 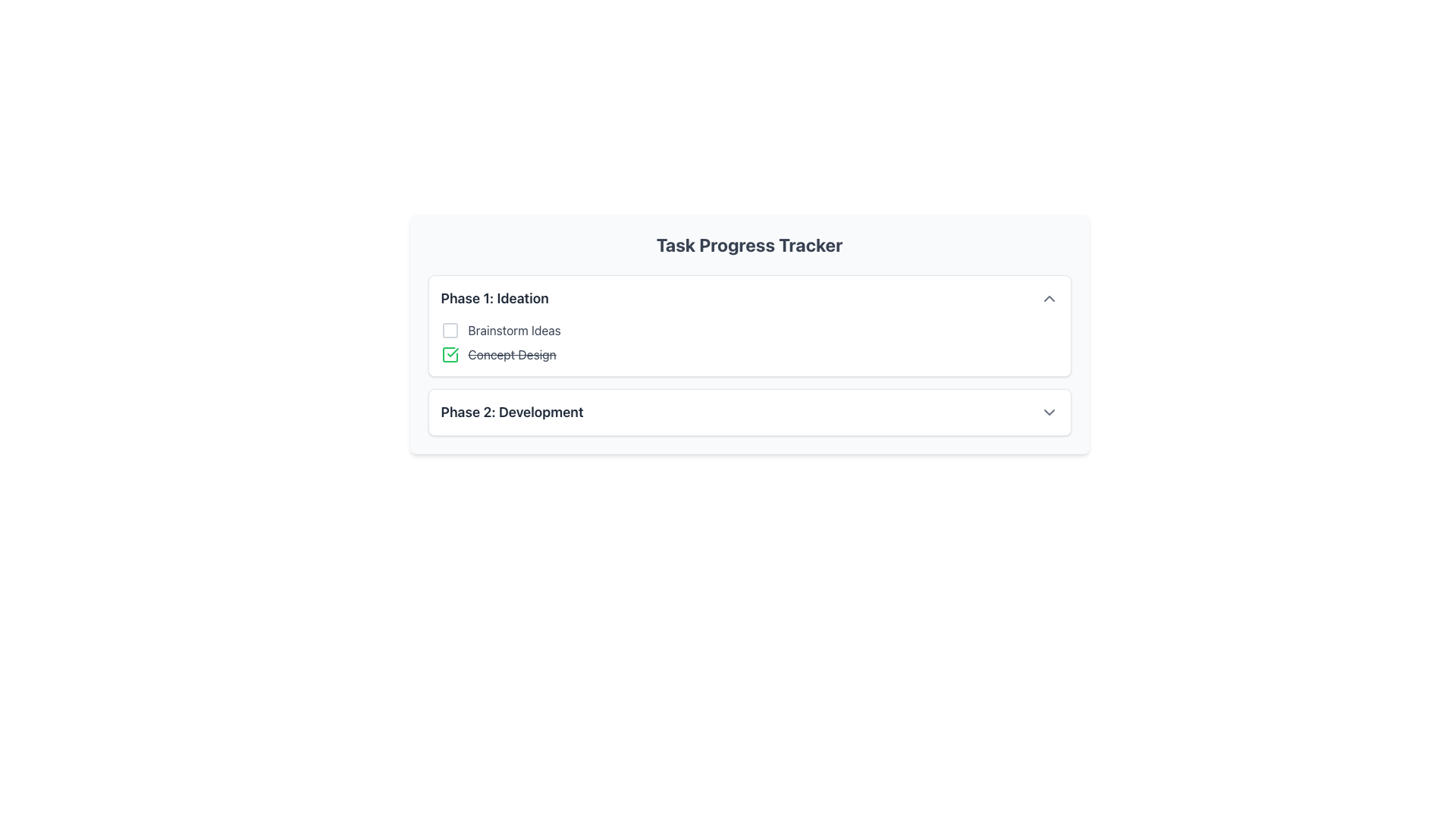 I want to click on the checkbox icon, so click(x=449, y=329).